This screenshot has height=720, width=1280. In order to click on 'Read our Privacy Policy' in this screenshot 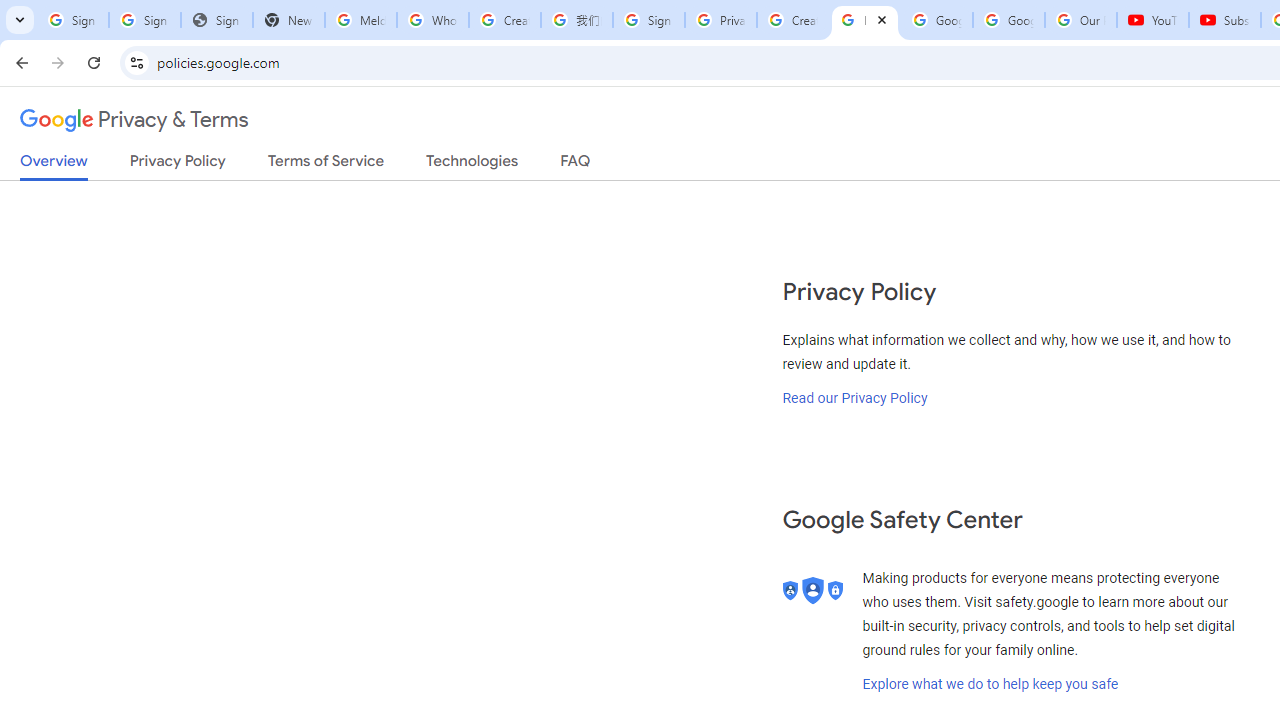, I will do `click(855, 397)`.